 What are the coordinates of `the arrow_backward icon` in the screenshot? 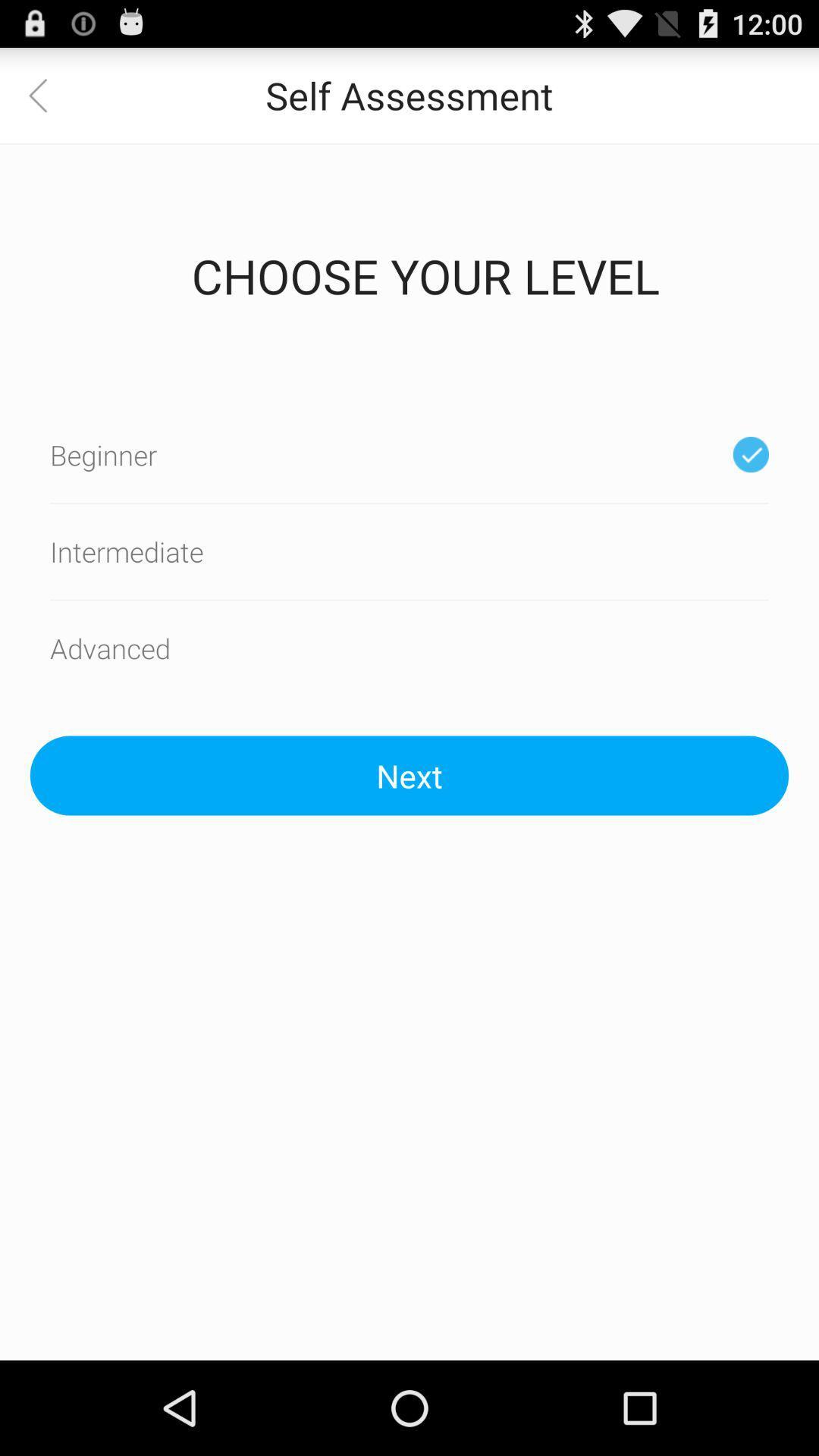 It's located at (46, 101).